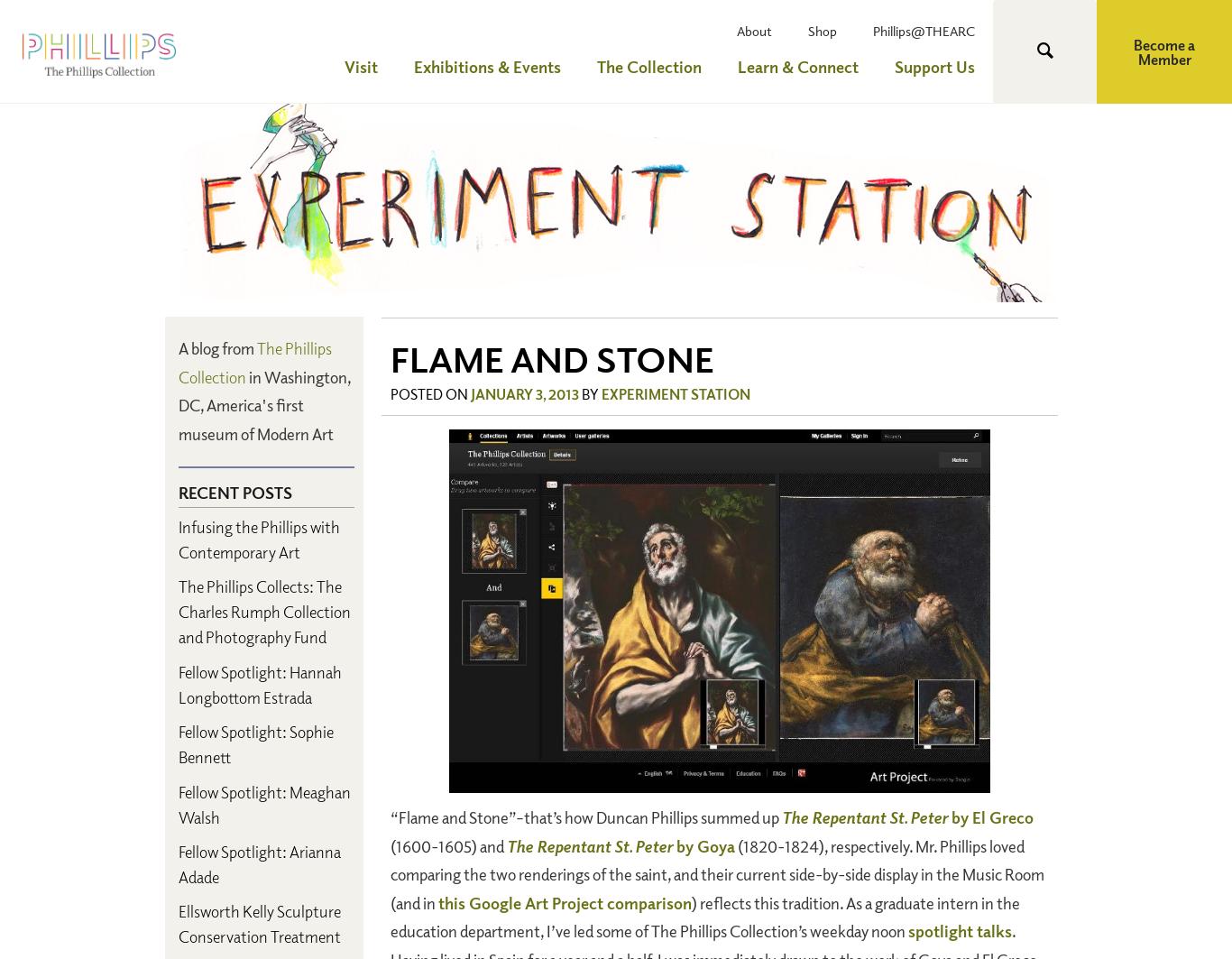 Image resolution: width=1232 pixels, height=959 pixels. I want to click on 'Exhibitions & Events', so click(487, 66).